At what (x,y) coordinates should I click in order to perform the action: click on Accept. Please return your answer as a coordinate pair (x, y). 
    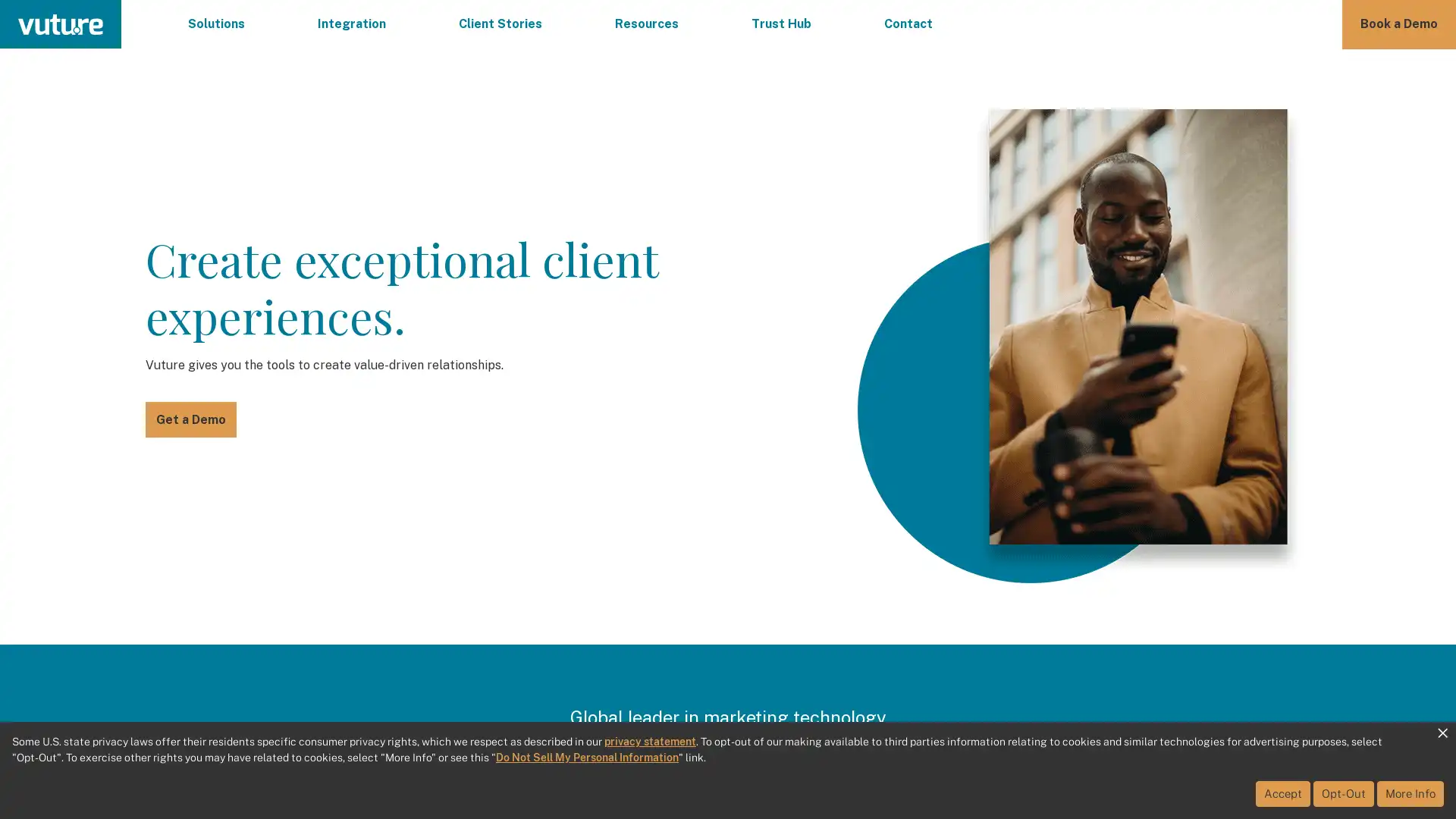
    Looking at the image, I should click on (1282, 792).